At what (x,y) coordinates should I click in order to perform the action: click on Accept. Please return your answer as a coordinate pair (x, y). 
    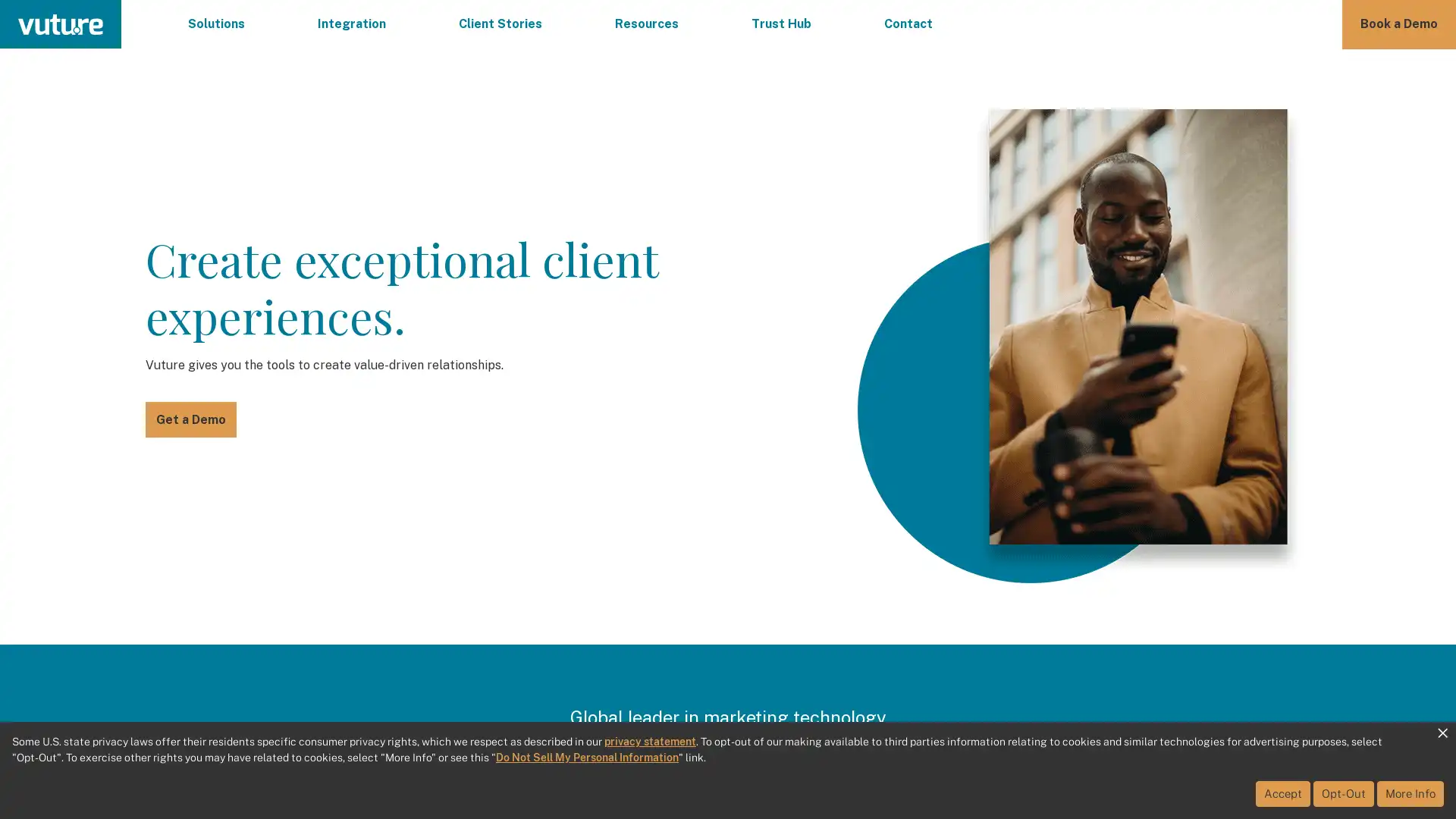
    Looking at the image, I should click on (1282, 792).